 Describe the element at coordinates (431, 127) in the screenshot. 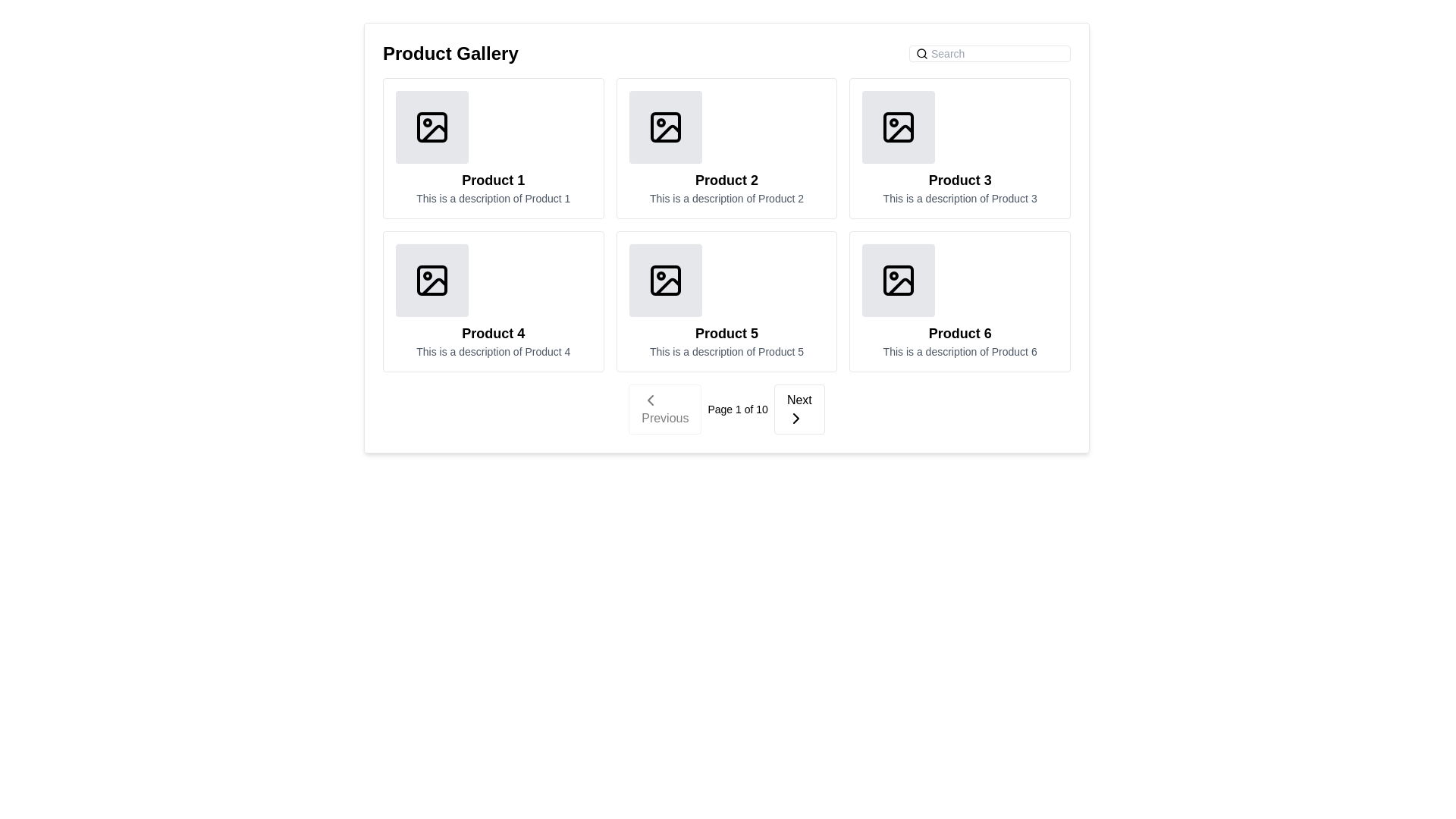

I see `the icon resembling a simplified image with a circular shape on the top-left and a diagonal line connecting the bottom-left to the top-right in the 'Product 1' section of the 'Product Gallery'` at that location.